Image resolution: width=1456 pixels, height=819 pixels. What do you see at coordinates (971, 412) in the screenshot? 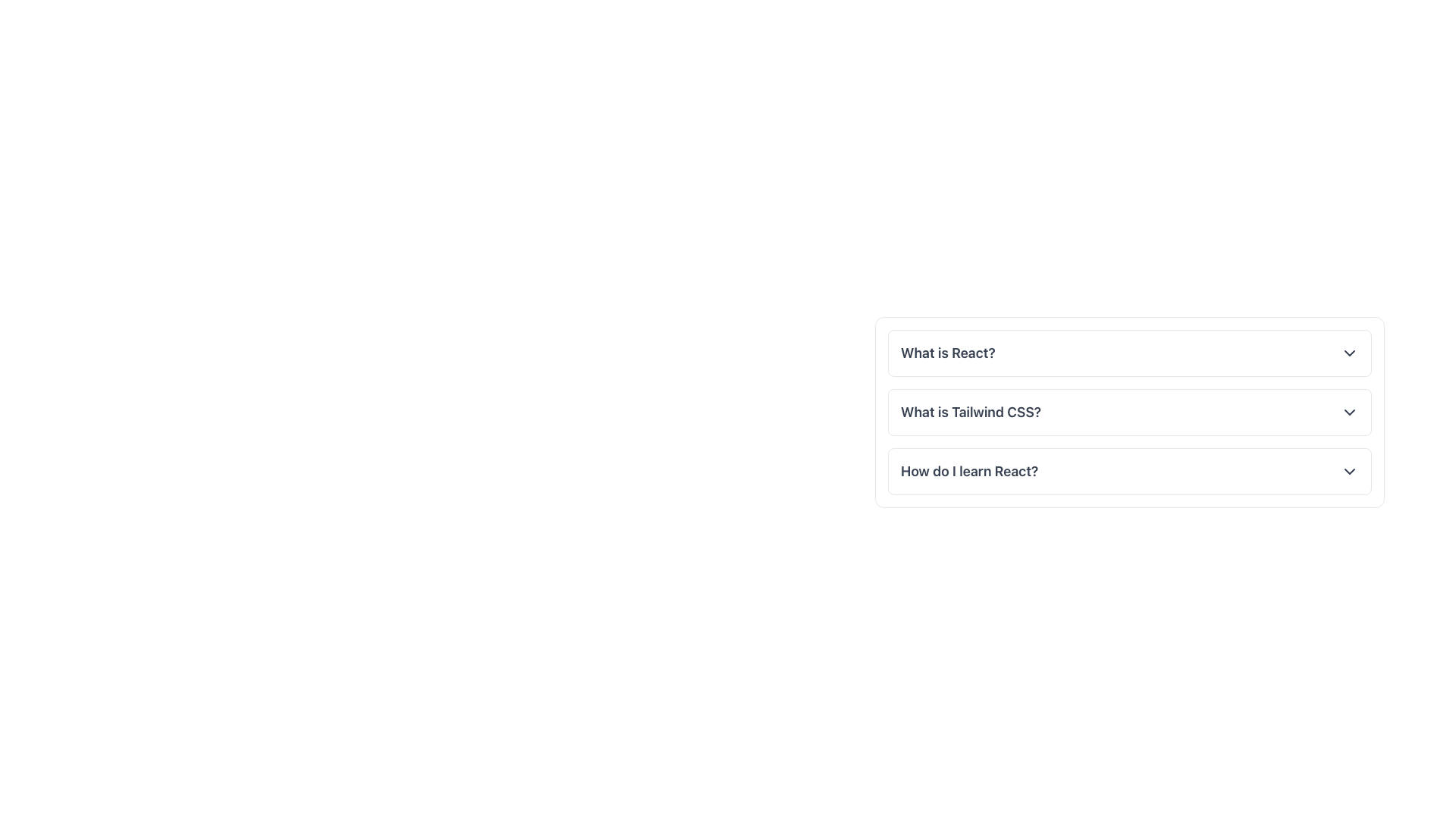
I see `the text label that serves as a title or question prompt located between 'What is React?' and 'How do I learn React?'` at bounding box center [971, 412].